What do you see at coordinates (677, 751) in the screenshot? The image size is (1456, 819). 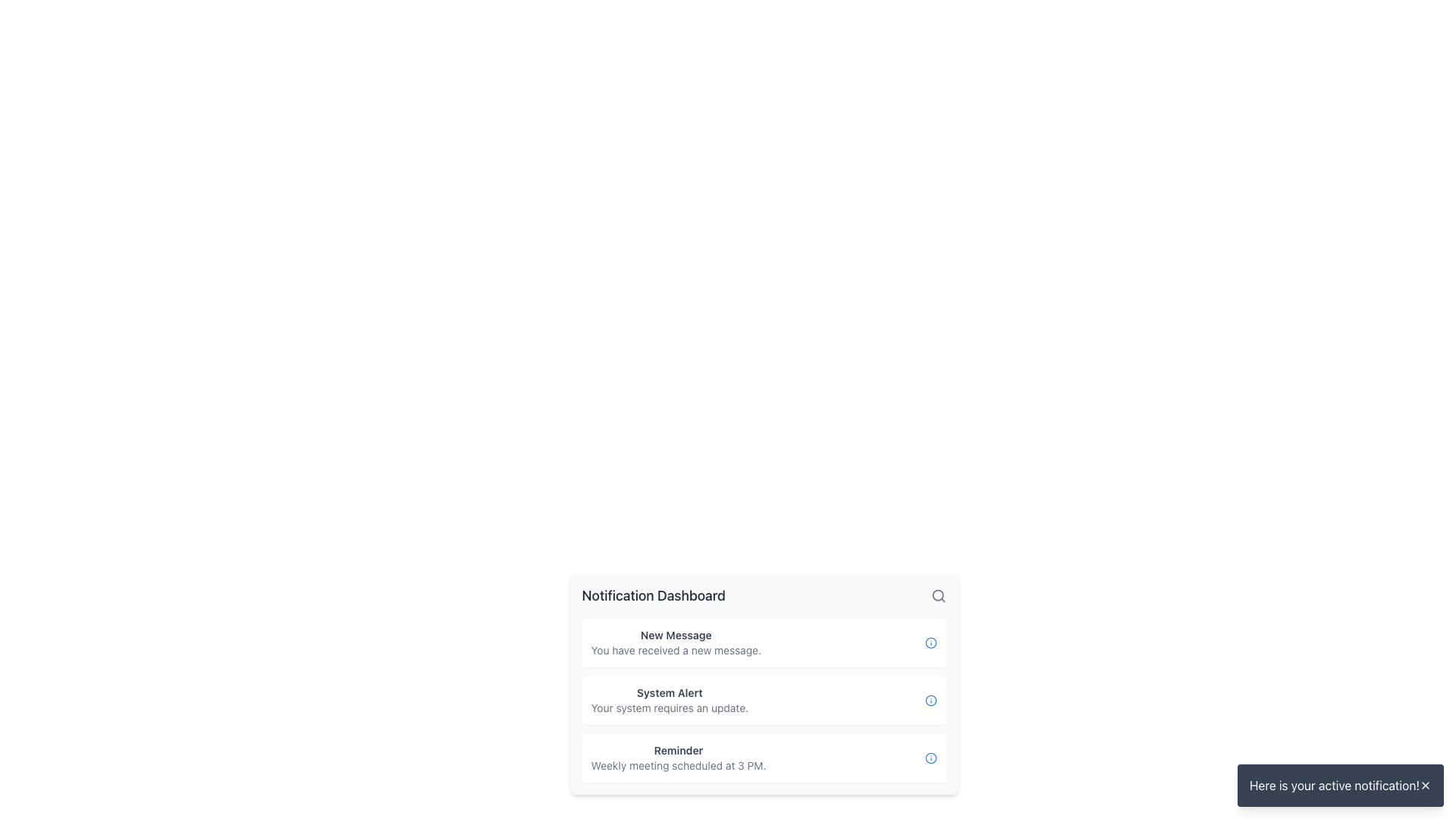 I see `text label that reads 'Reminder', which is styled in bold medium-gray color and located within a white notification card in the dashboard` at bounding box center [677, 751].